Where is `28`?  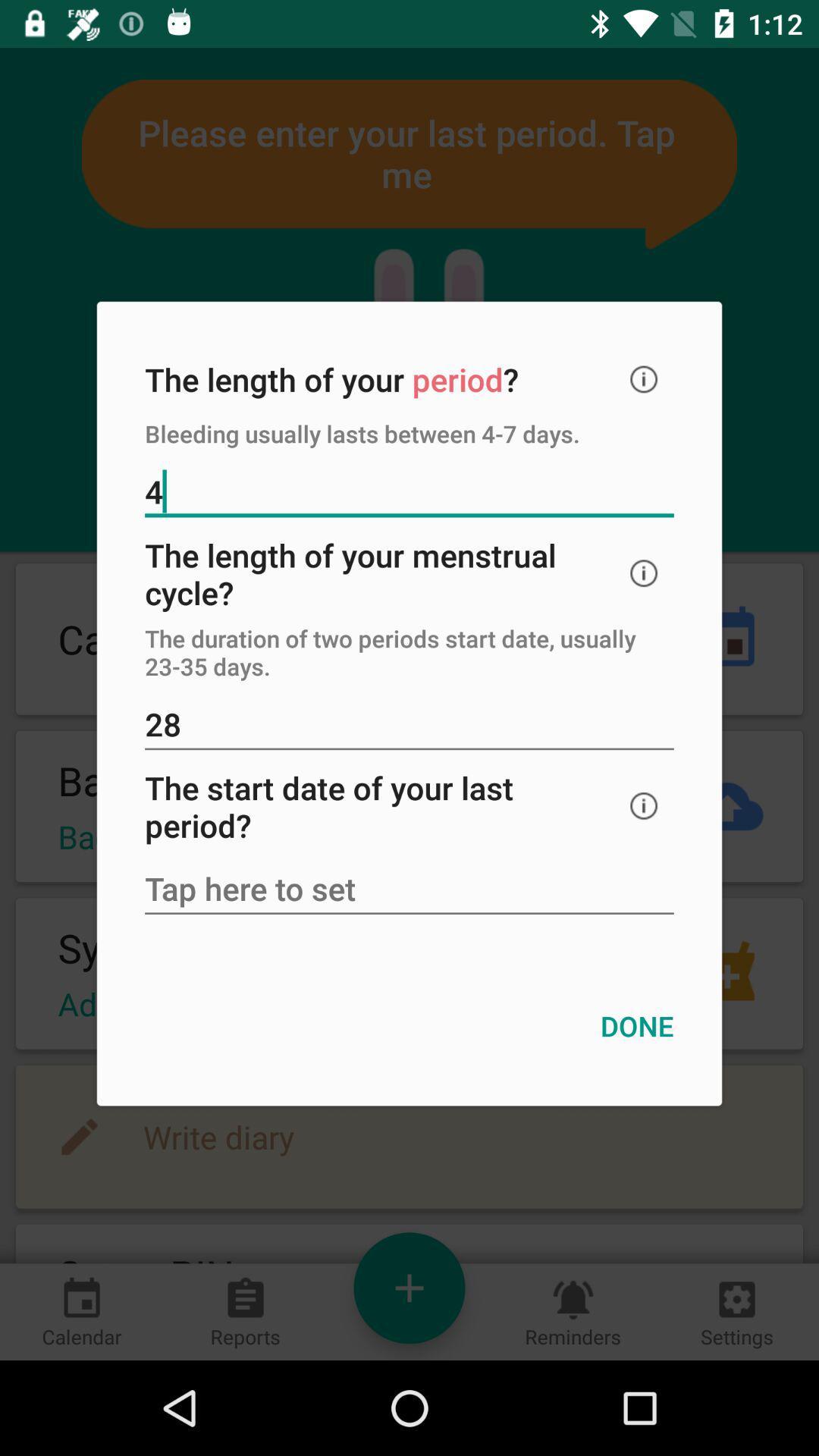 28 is located at coordinates (409, 725).